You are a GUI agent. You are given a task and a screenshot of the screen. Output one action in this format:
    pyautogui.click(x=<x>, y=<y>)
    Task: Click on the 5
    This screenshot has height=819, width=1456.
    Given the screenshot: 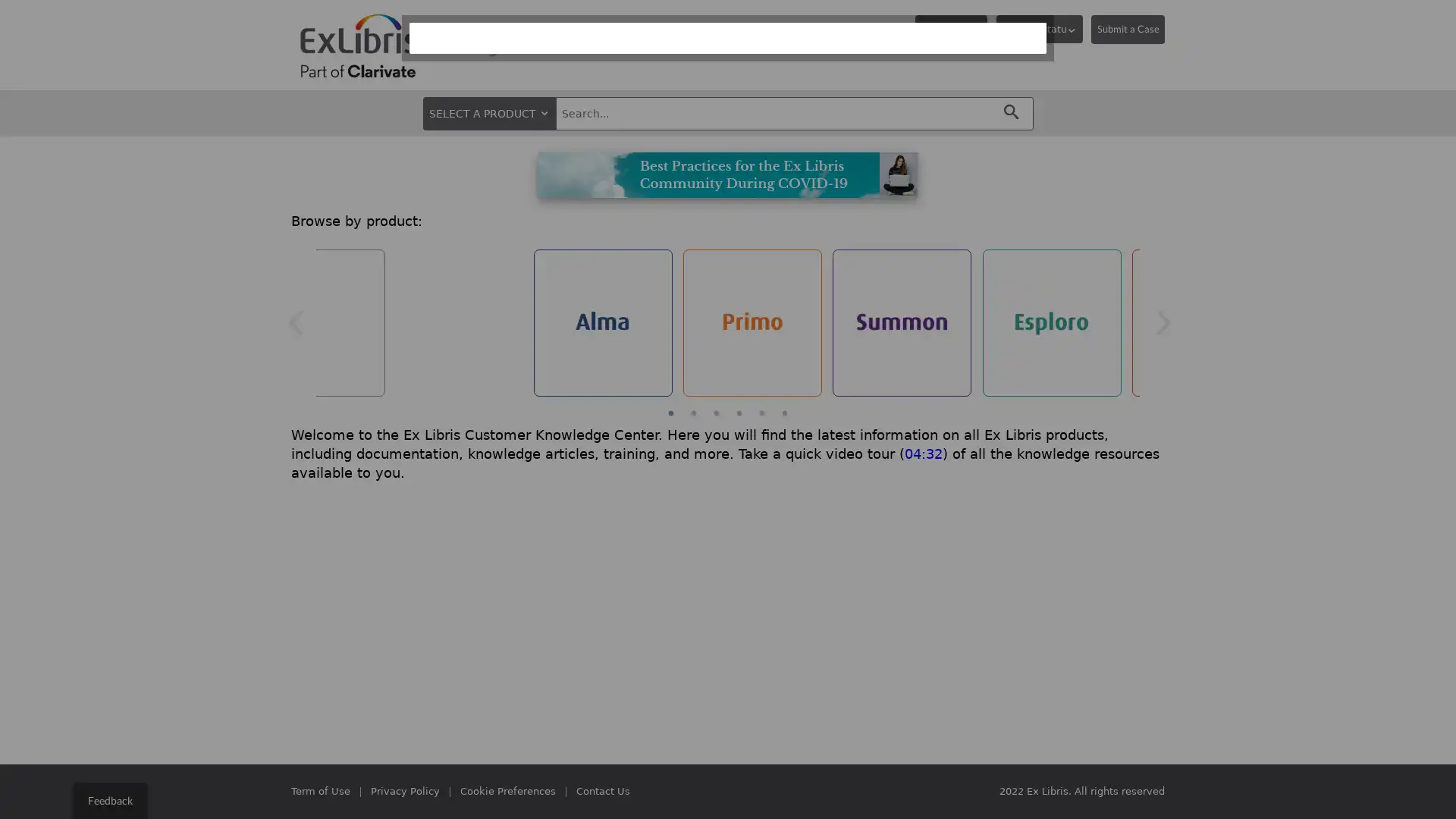 What is the action you would take?
    pyautogui.click(x=761, y=413)
    